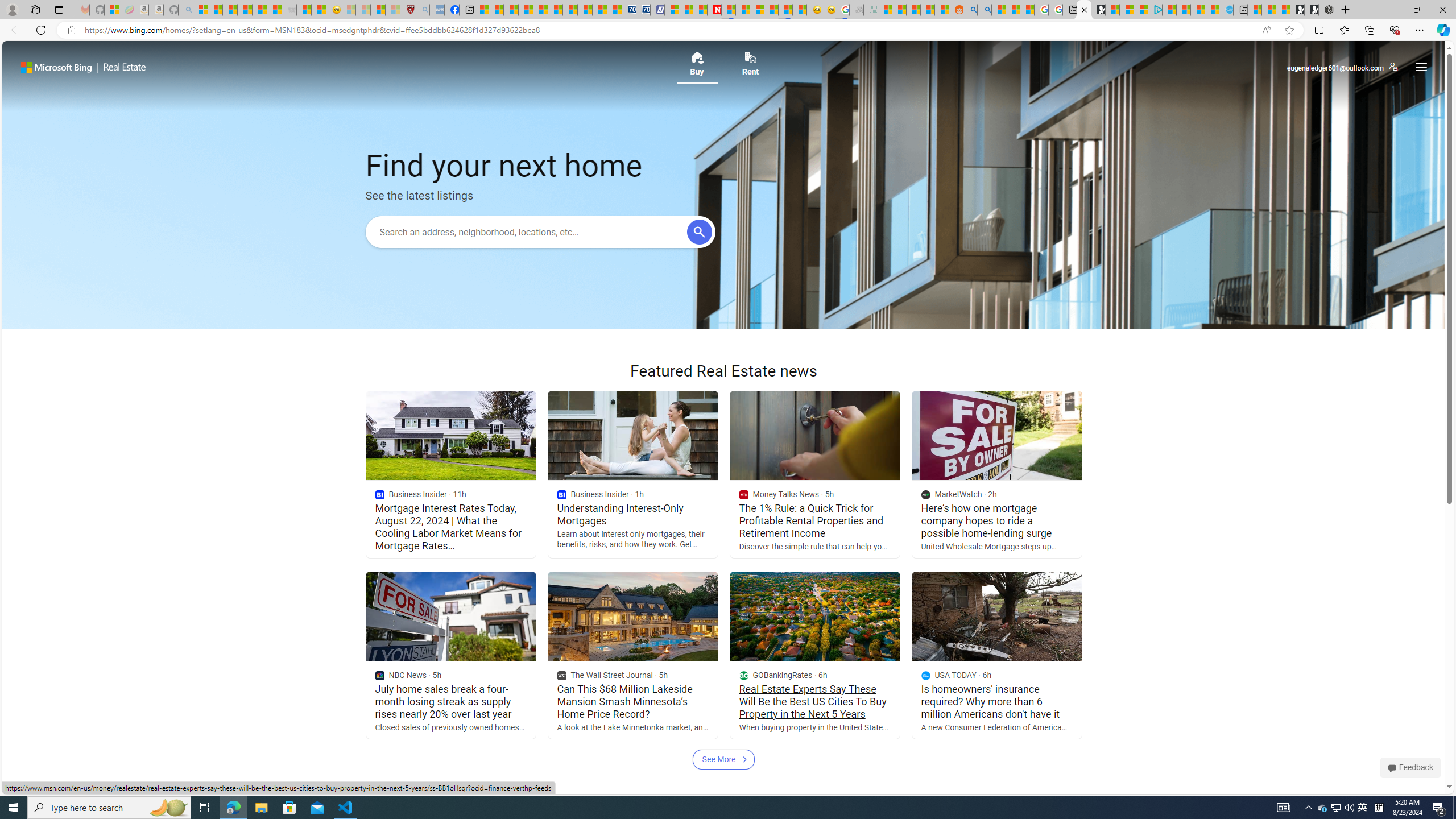  I want to click on 'eugeneledger601@outlook.com', so click(1342, 67).